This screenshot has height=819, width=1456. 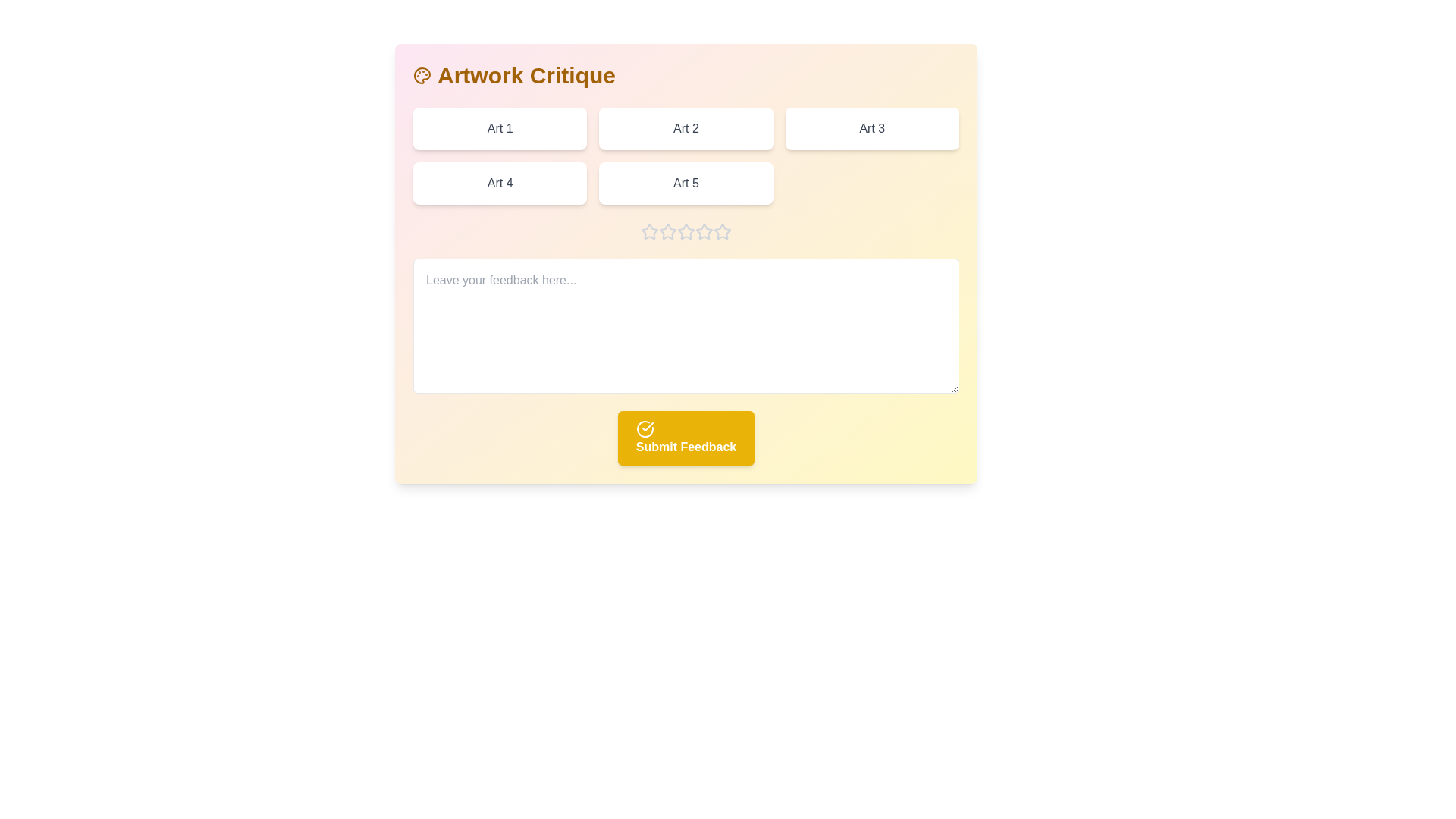 I want to click on the rating to 5 stars by clicking on the corresponding star button, so click(x=722, y=231).